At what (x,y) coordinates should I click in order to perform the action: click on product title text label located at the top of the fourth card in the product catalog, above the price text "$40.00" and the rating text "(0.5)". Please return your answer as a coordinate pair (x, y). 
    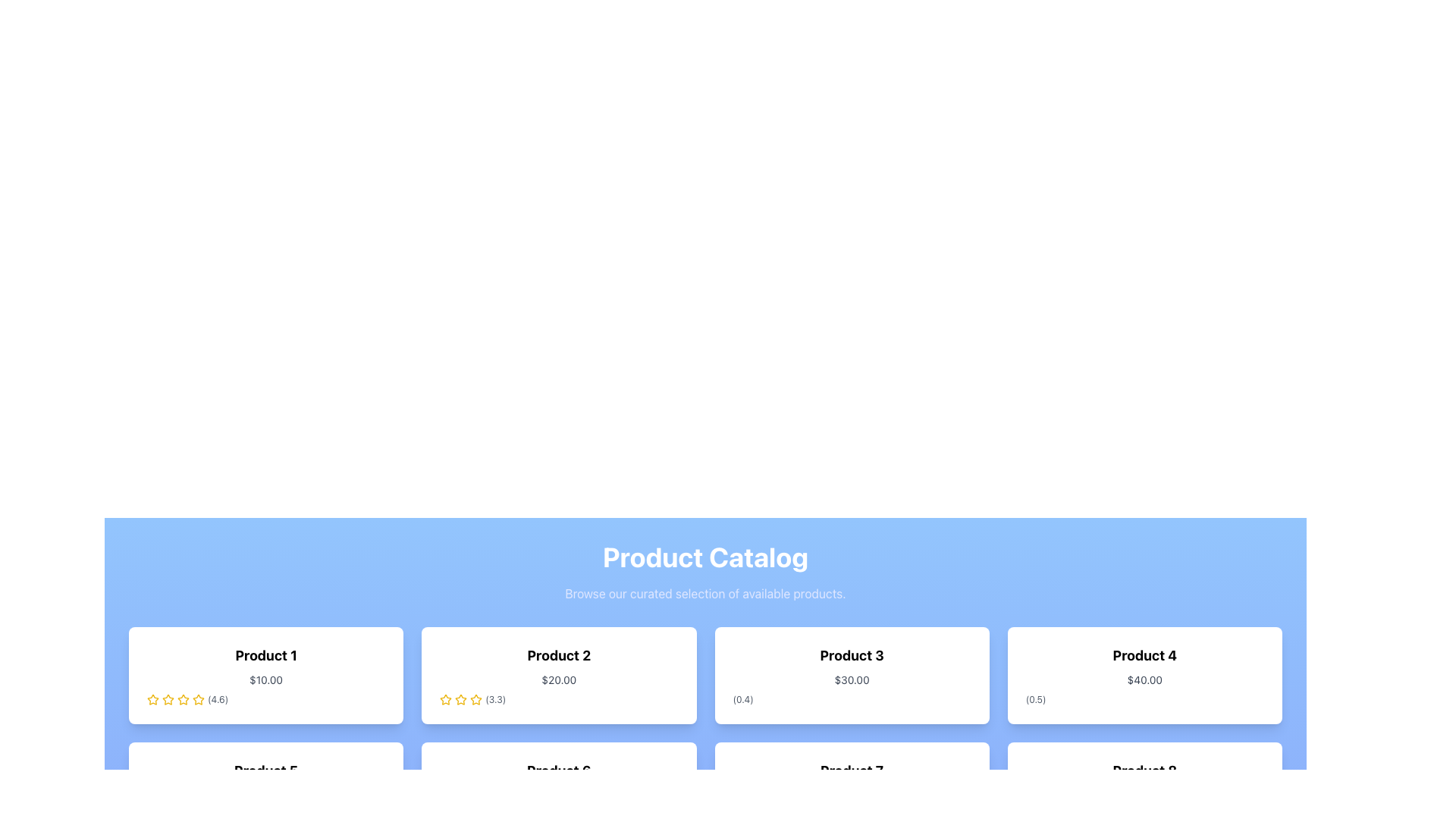
    Looking at the image, I should click on (1144, 654).